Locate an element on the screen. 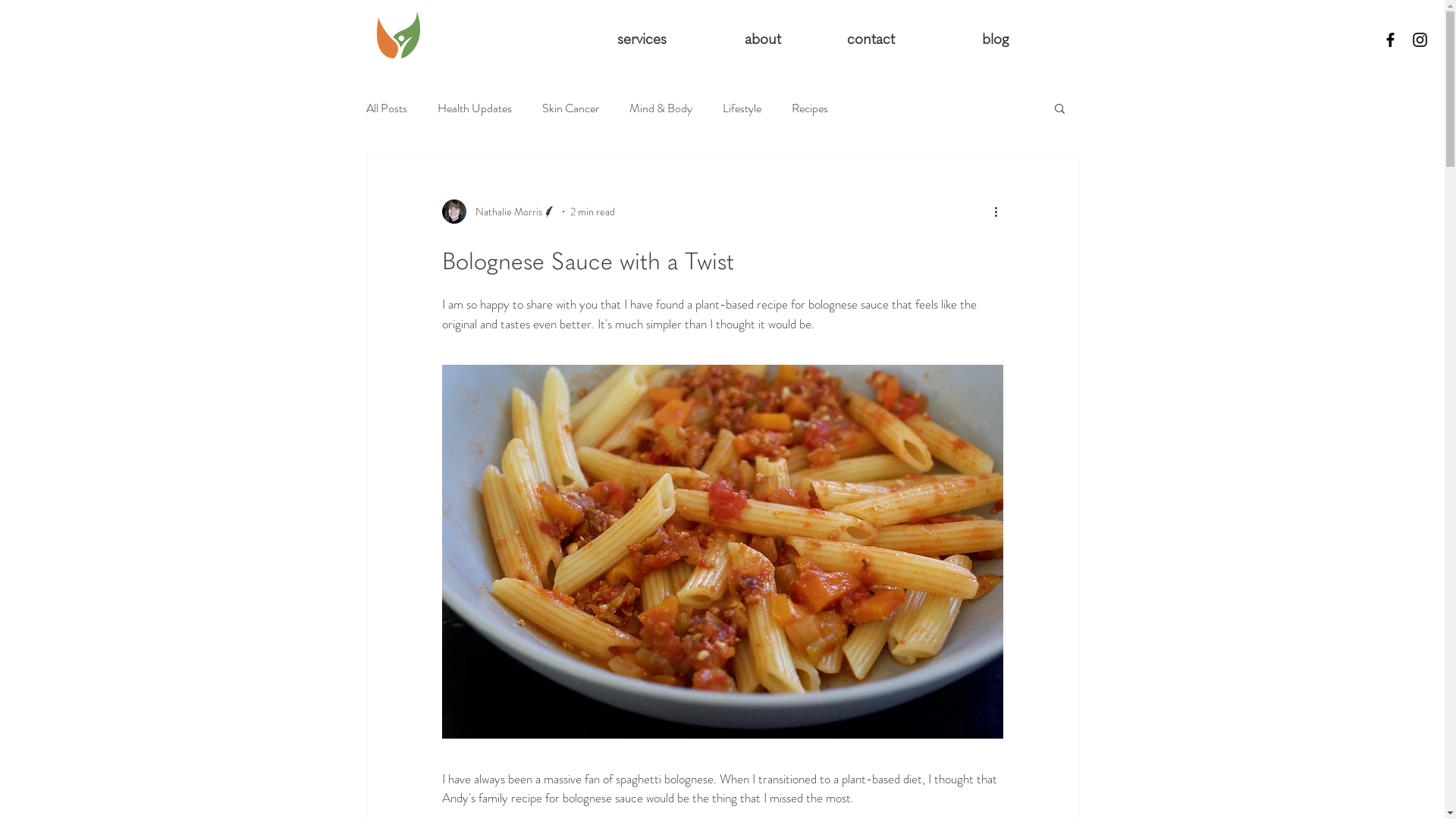 The width and height of the screenshot is (1456, 819). 'All Posts' is located at coordinates (385, 106).